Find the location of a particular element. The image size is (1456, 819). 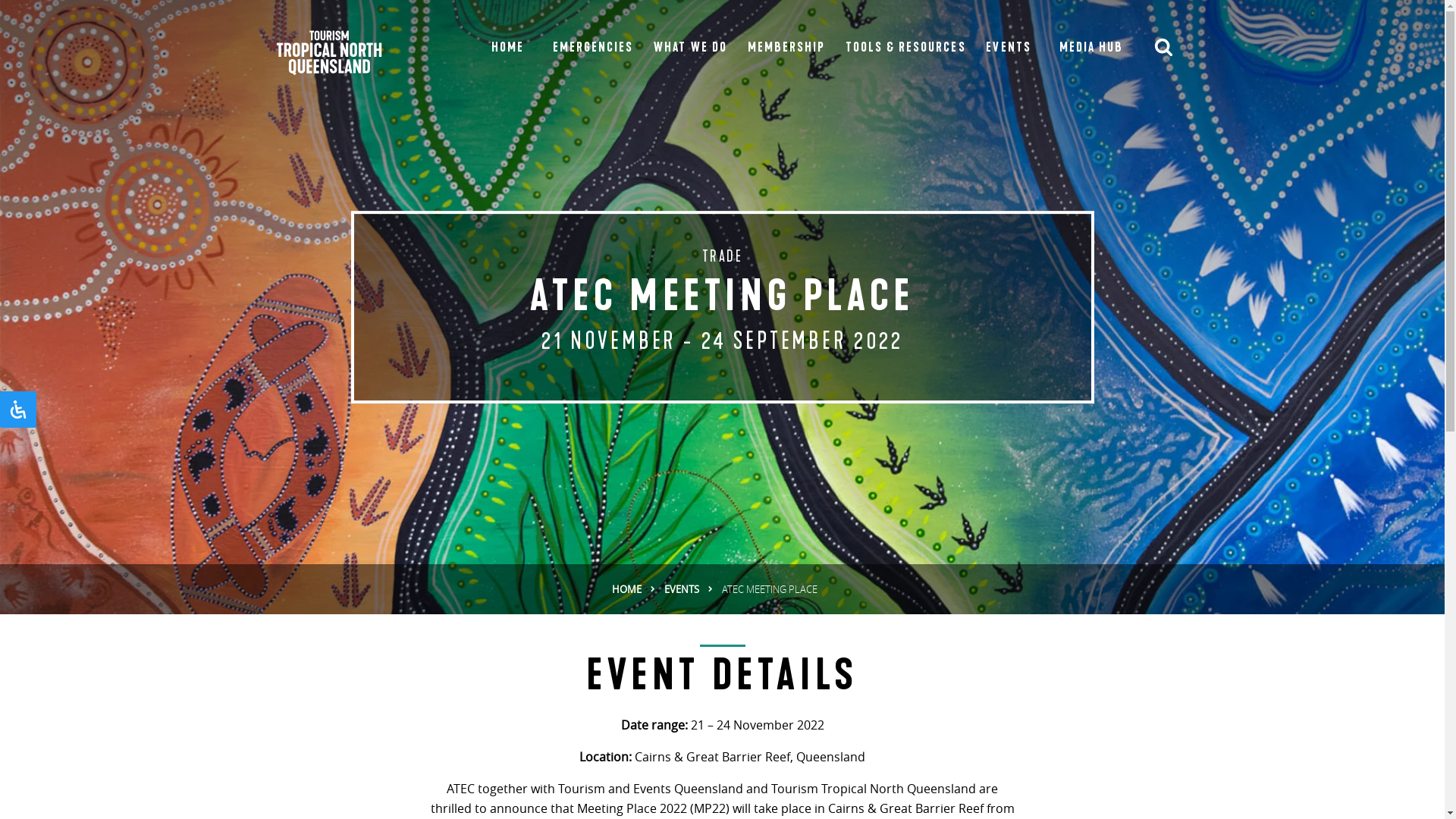

'MEMBERSHIP' is located at coordinates (786, 46).